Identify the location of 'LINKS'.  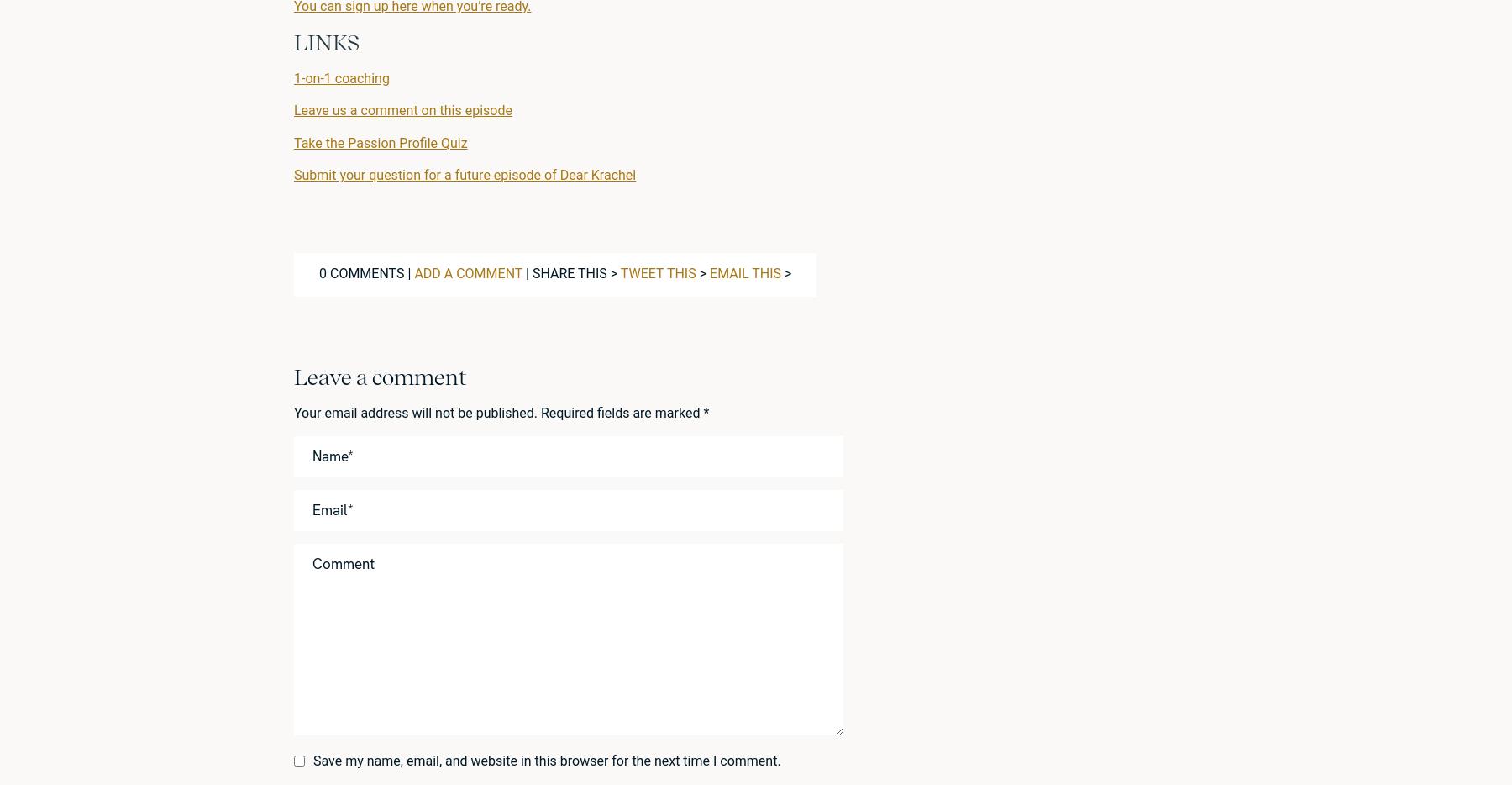
(326, 41).